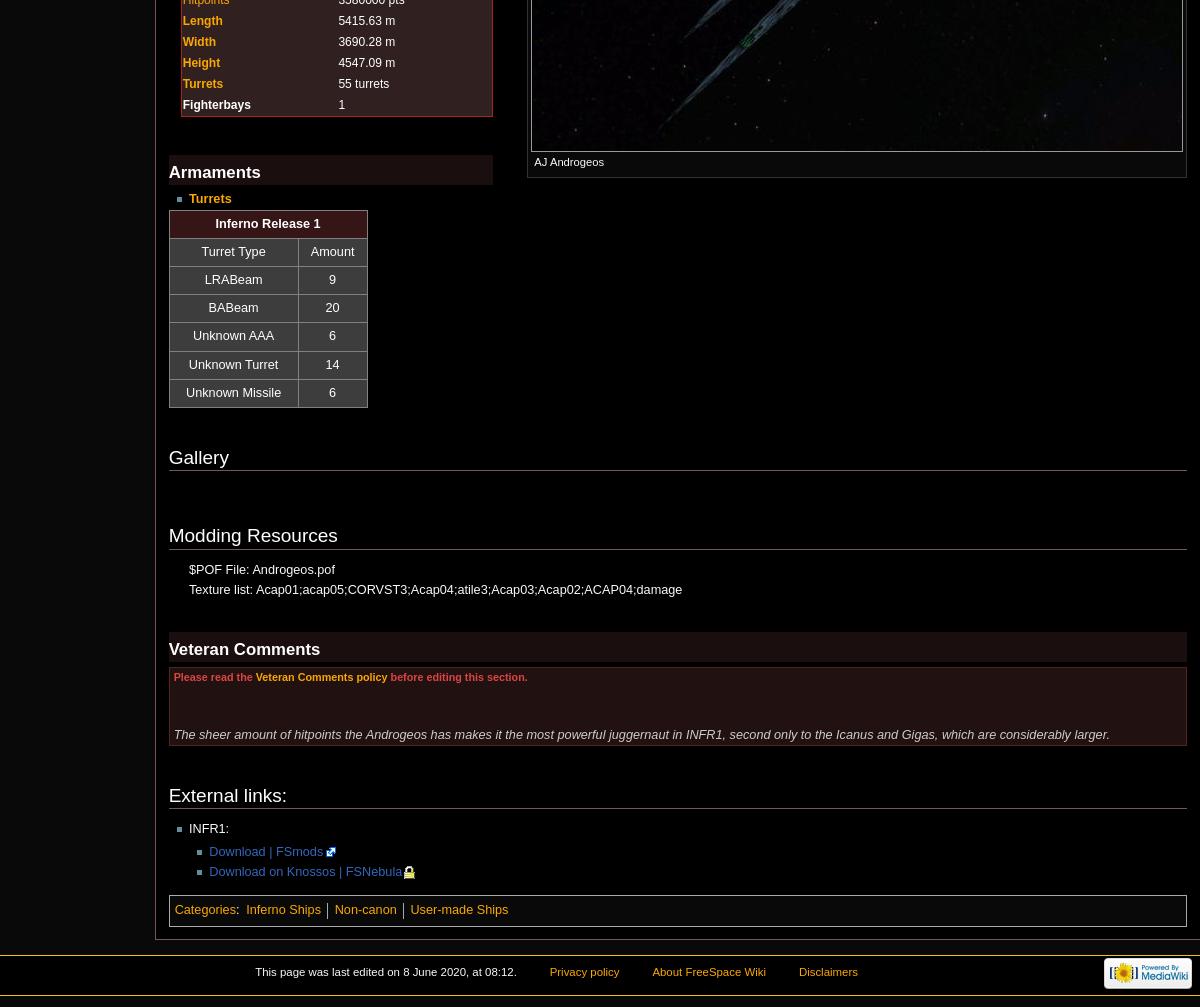  What do you see at coordinates (363, 83) in the screenshot?
I see `'55 turrets'` at bounding box center [363, 83].